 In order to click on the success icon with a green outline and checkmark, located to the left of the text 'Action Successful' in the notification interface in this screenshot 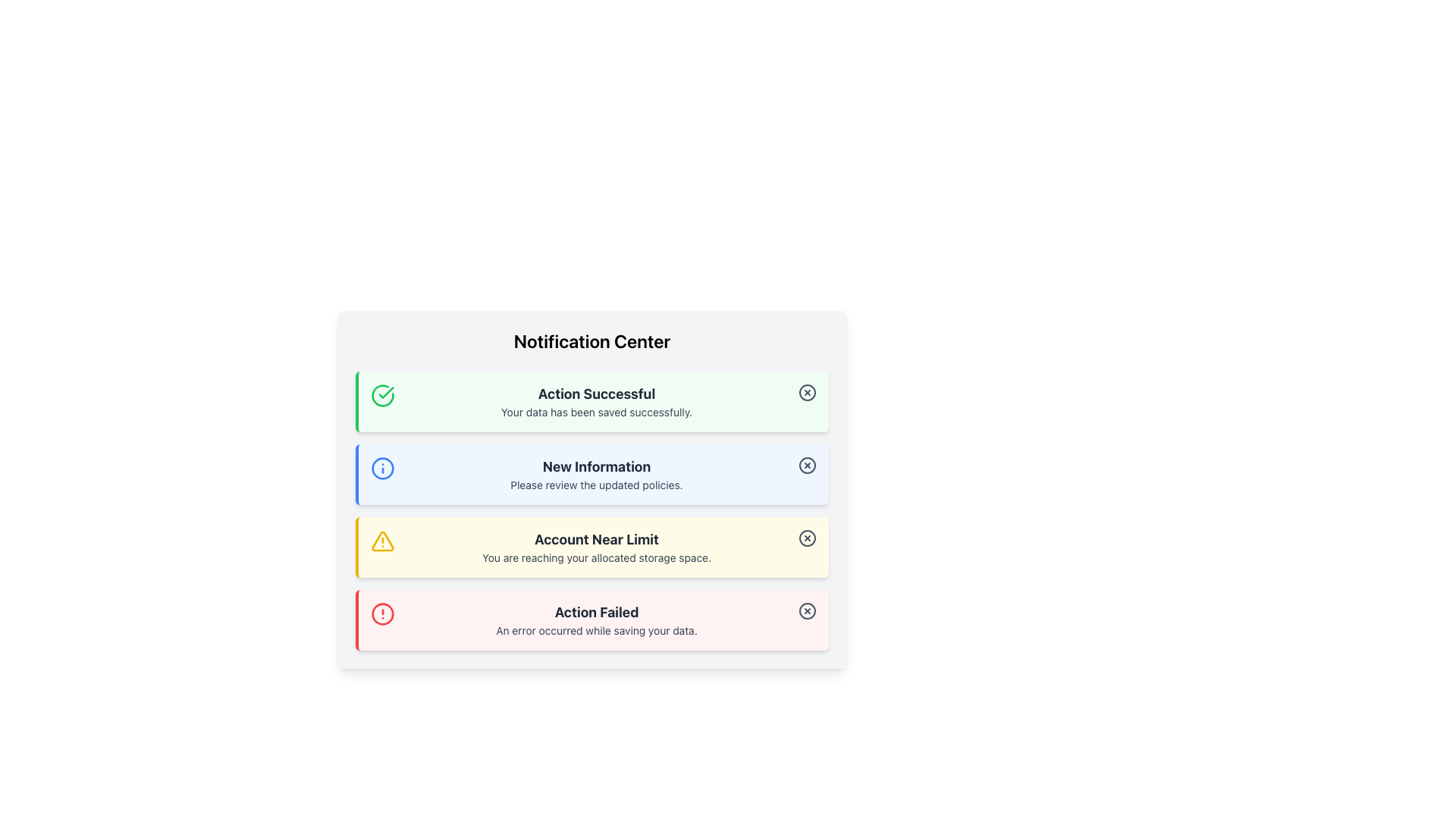, I will do `click(382, 394)`.